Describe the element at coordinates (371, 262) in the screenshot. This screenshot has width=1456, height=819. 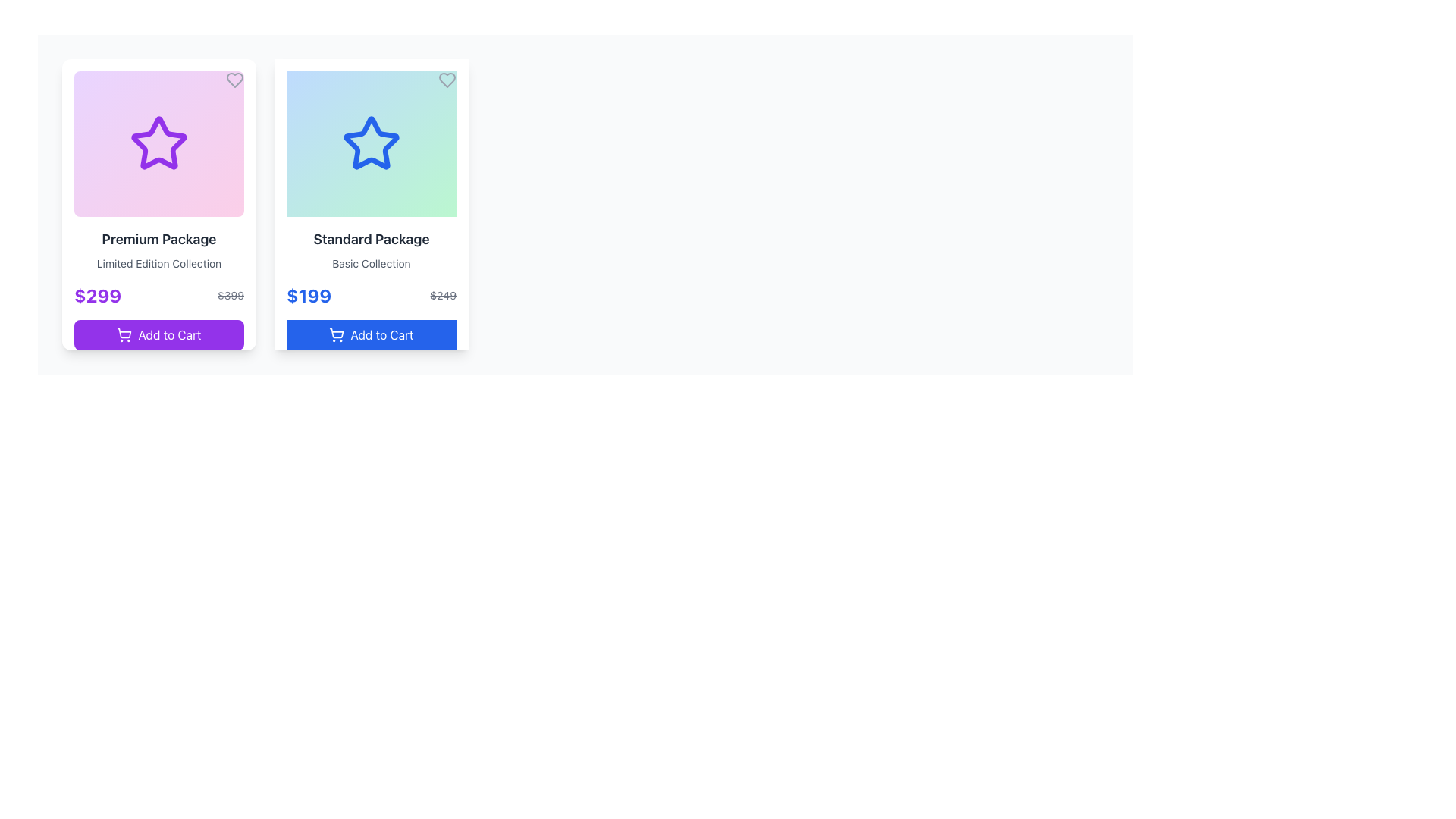
I see `description text displayed below the 'Standard Package' label in the product card` at that location.